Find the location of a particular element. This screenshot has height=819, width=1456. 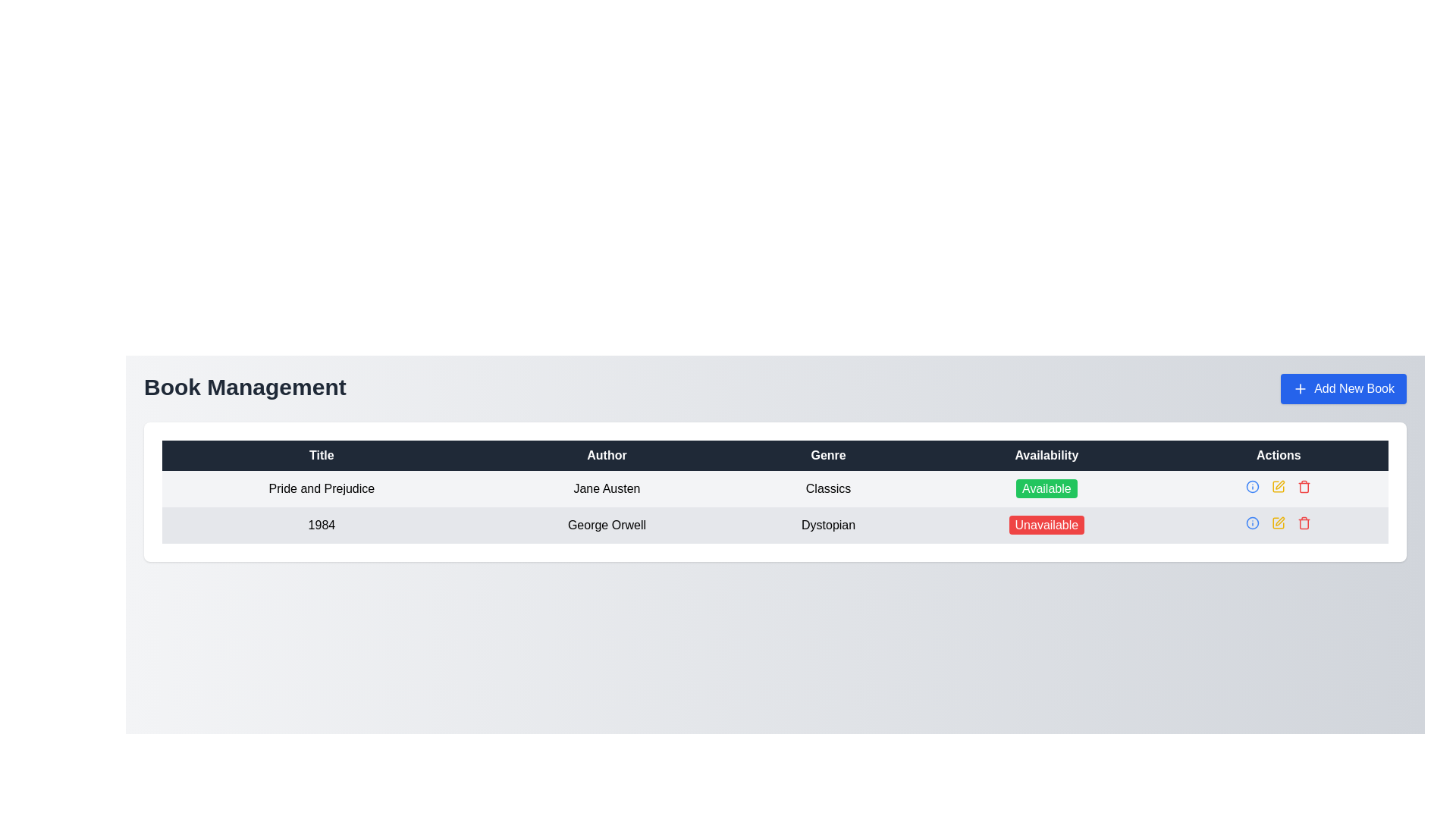

the 'Unavailable' label with a red background and white text located in the 'Availability' column of the second row corresponding to the book titled '1984' is located at coordinates (1046, 524).